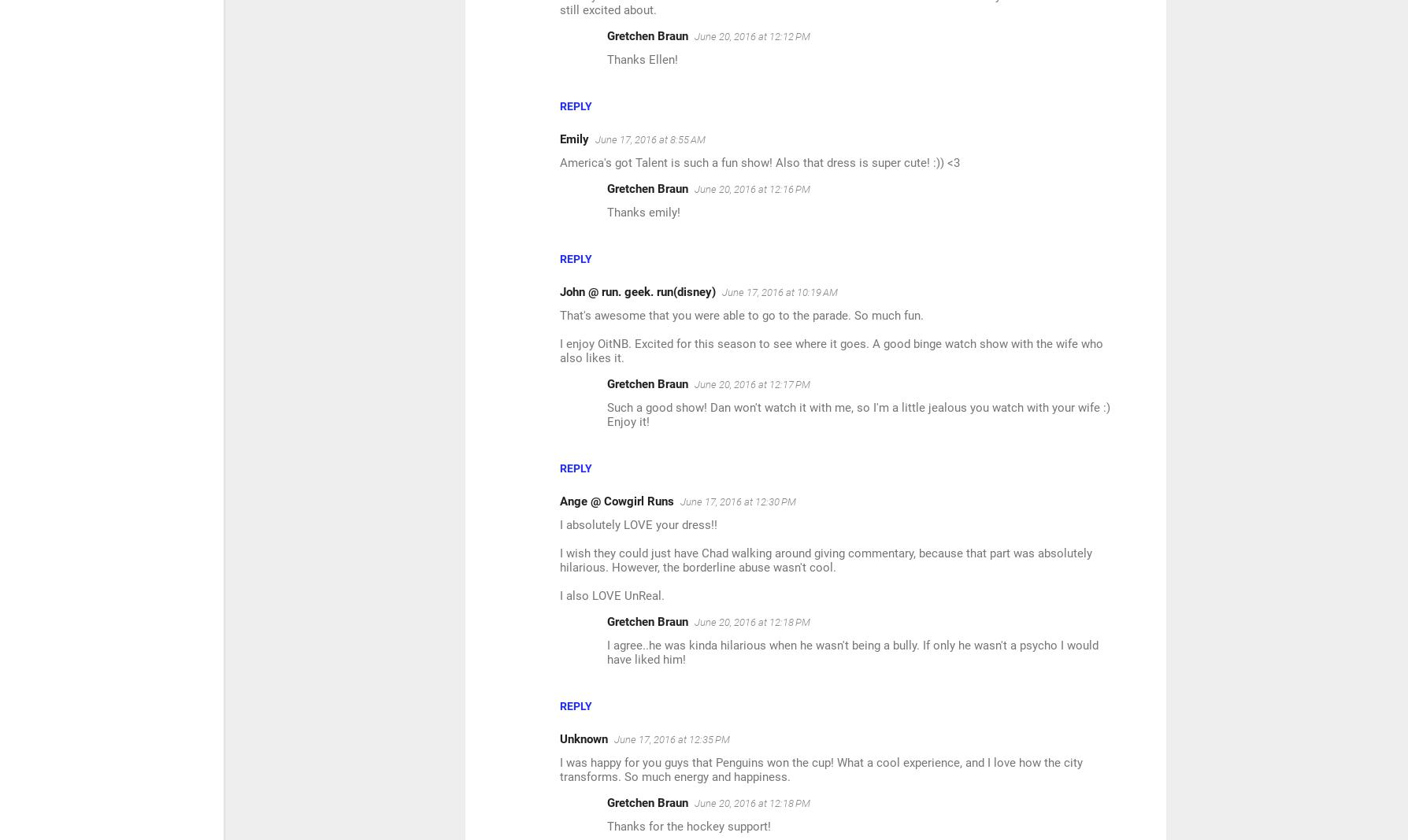 The height and width of the screenshot is (840, 1408). I want to click on 'I wish they could just have Chad walking around giving commentary, because that part was absolutely hilarious. However, the borderline abuse wasn't cool.', so click(559, 560).